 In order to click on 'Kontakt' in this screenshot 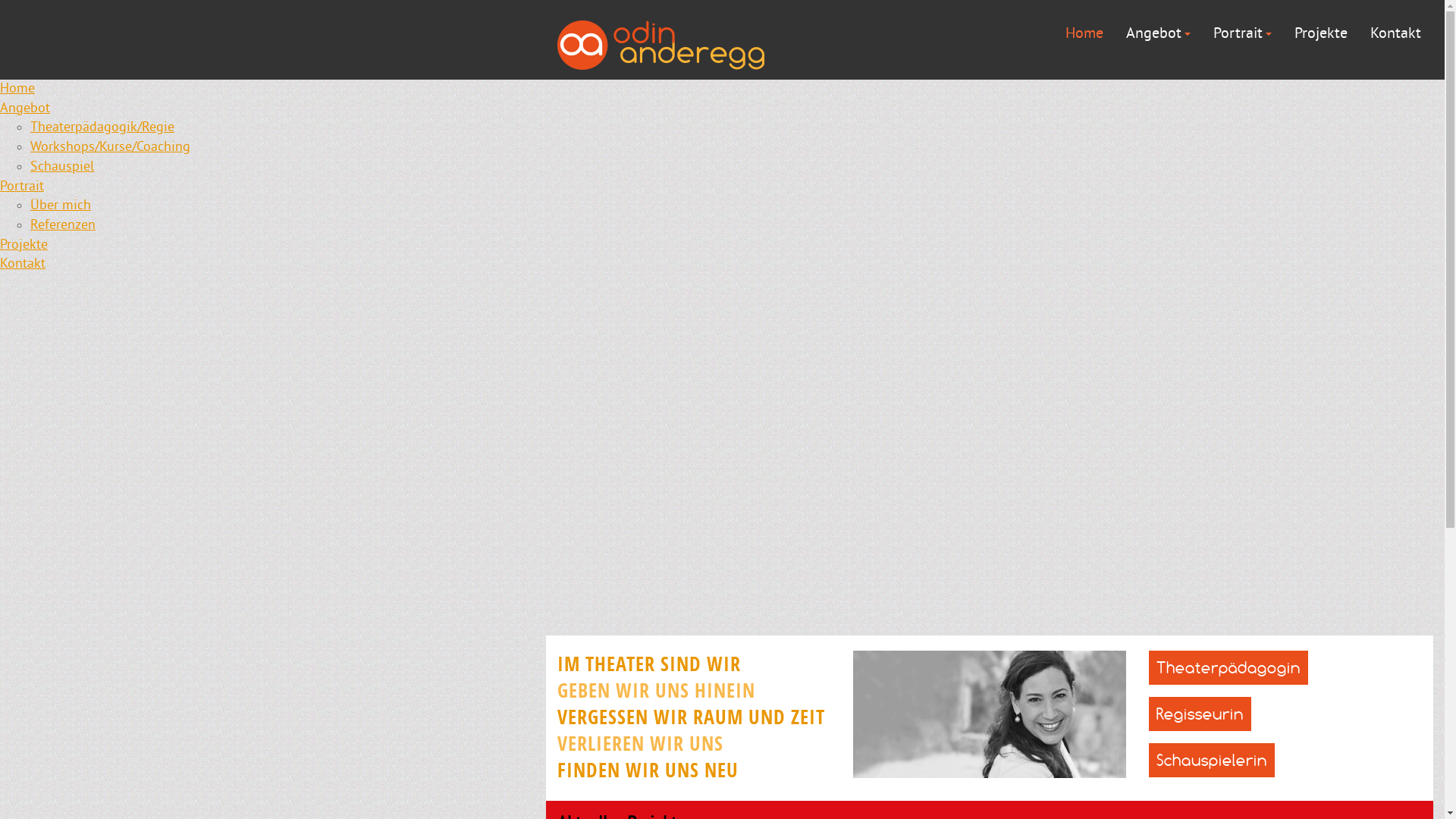, I will do `click(22, 263)`.